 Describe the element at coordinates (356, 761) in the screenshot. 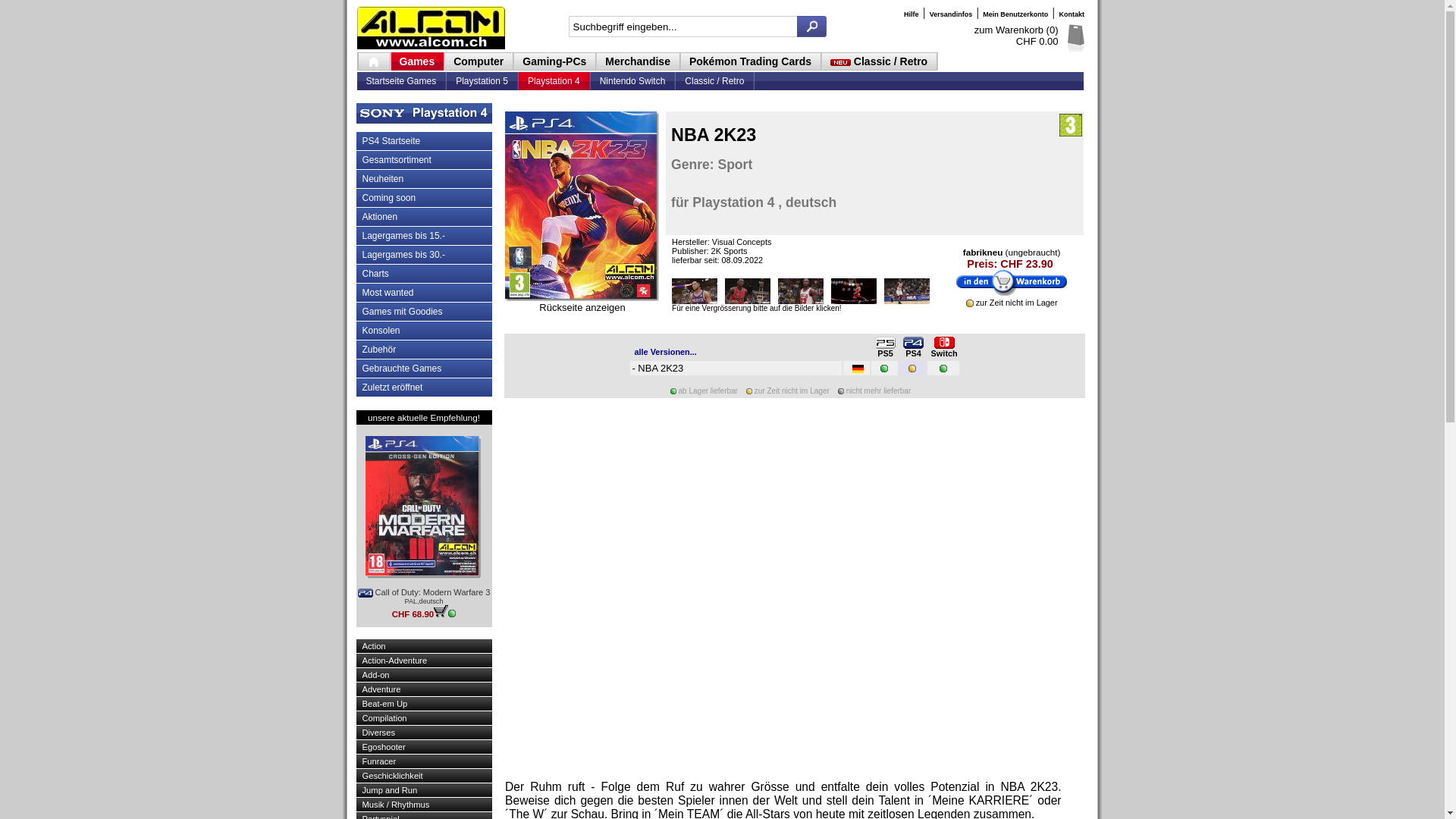

I see `'Funracer'` at that location.